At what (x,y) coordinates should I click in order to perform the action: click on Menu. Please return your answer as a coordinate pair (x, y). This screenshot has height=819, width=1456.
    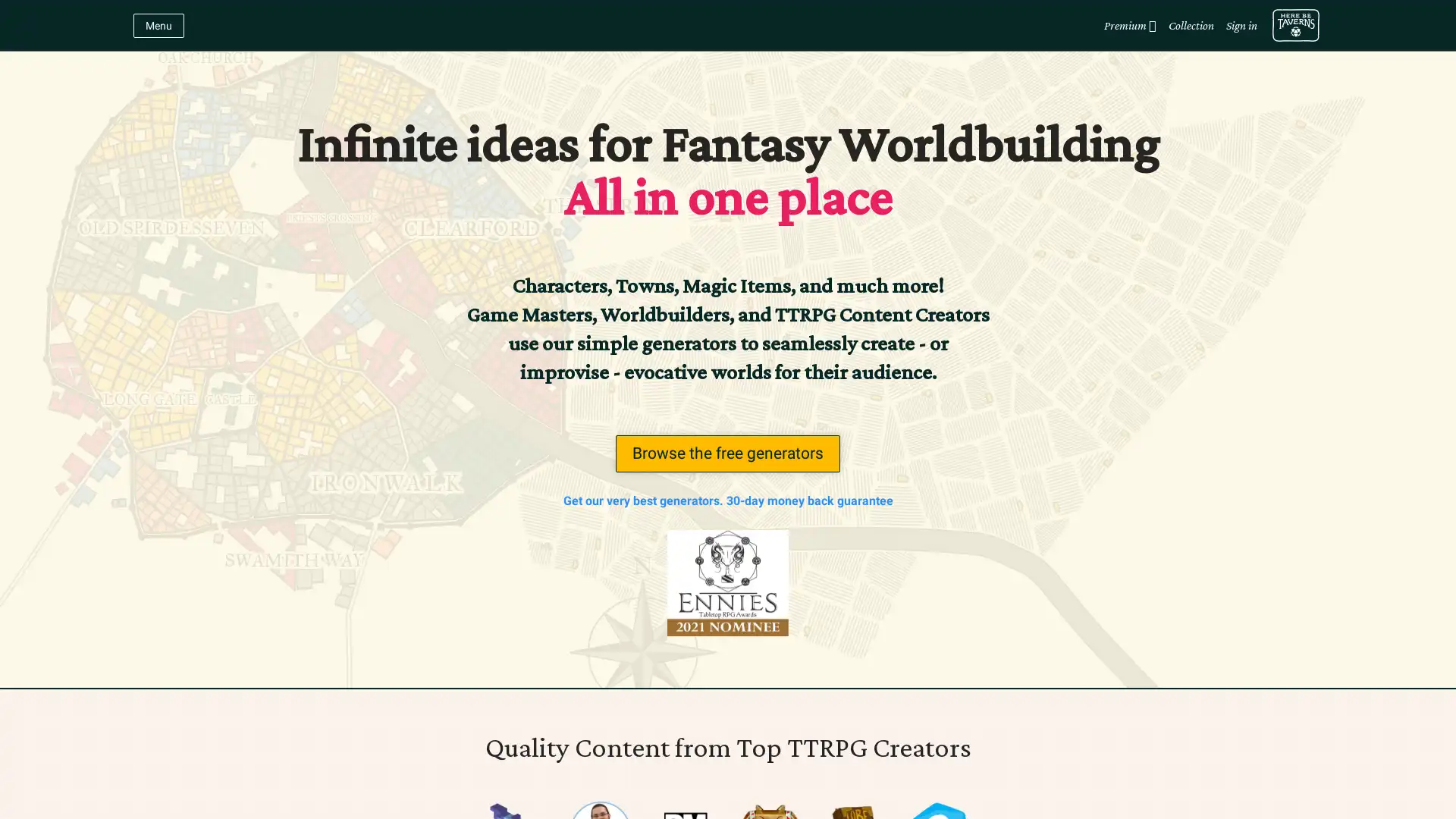
    Looking at the image, I should click on (158, 25).